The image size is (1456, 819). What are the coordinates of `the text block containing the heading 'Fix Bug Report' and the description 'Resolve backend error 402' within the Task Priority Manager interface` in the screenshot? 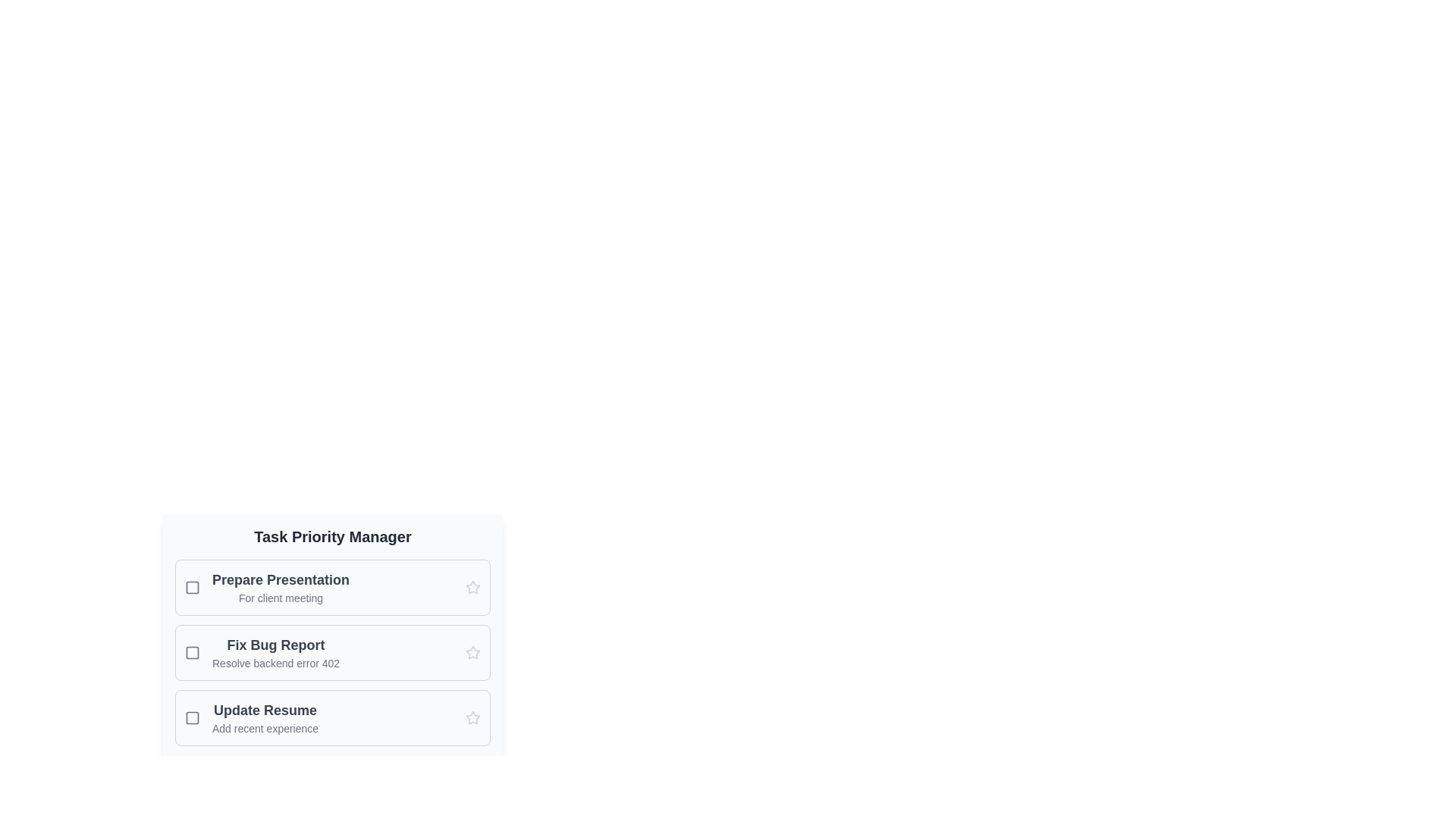 It's located at (276, 651).